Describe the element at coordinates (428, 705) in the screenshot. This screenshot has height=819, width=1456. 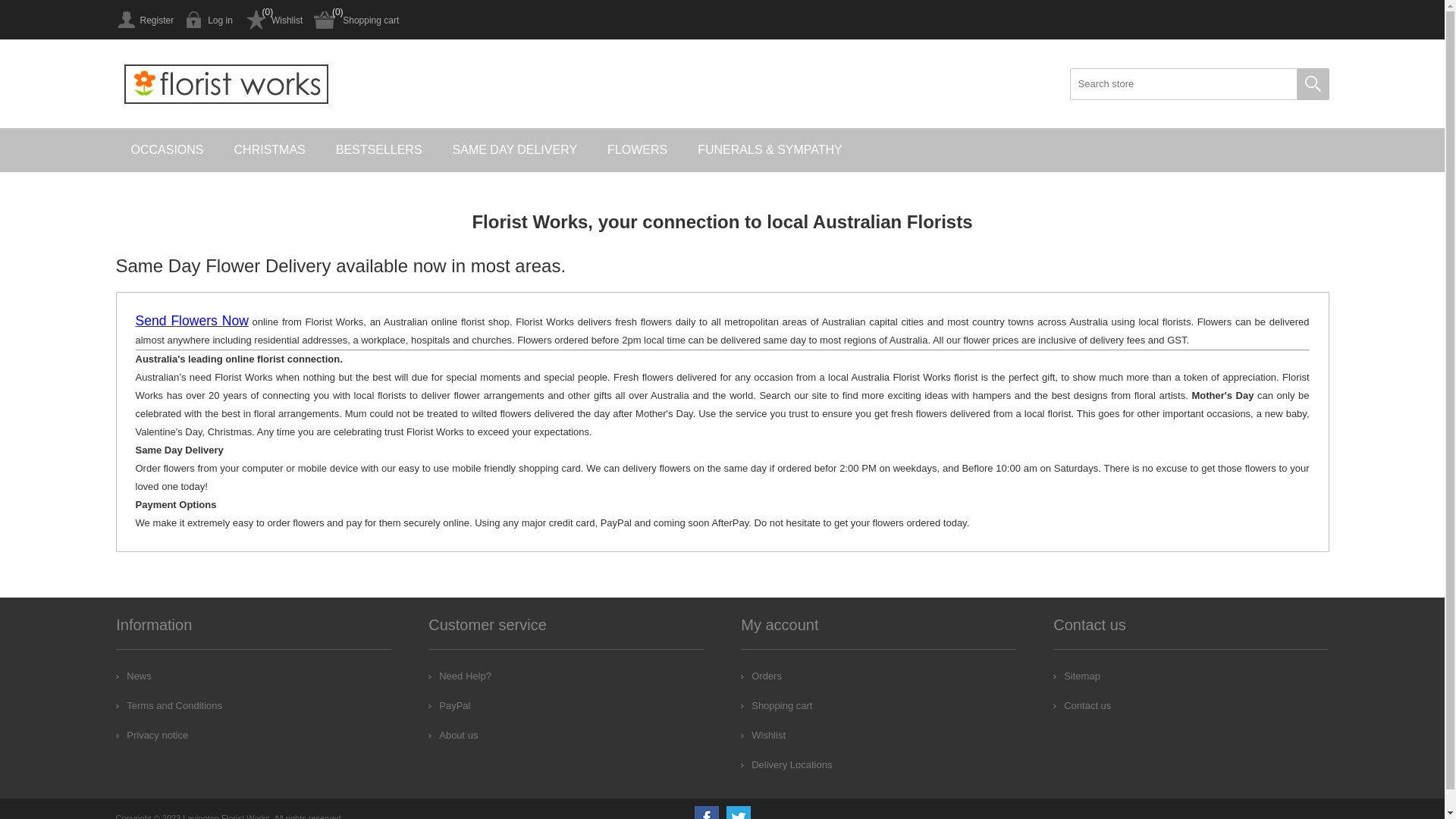
I see `'PayPal'` at that location.